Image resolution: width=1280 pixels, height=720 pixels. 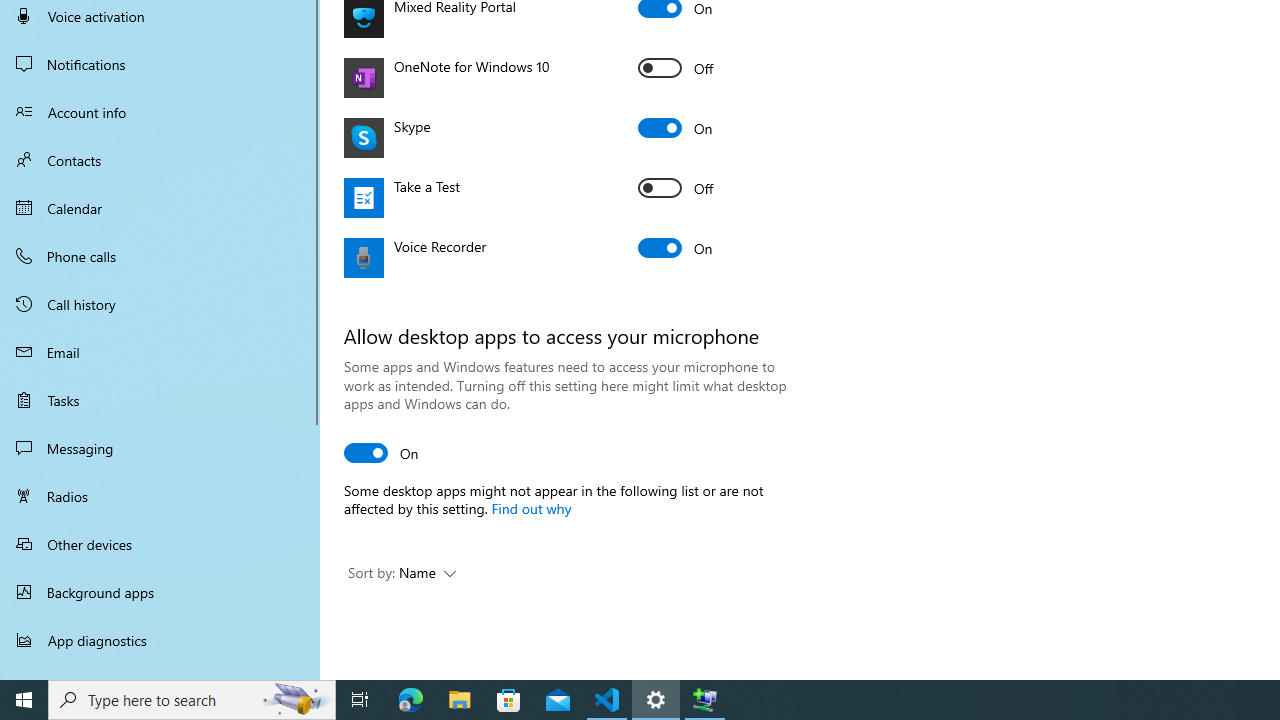 What do you see at coordinates (382, 452) in the screenshot?
I see `'Allow desktop apps to access your microphone'` at bounding box center [382, 452].